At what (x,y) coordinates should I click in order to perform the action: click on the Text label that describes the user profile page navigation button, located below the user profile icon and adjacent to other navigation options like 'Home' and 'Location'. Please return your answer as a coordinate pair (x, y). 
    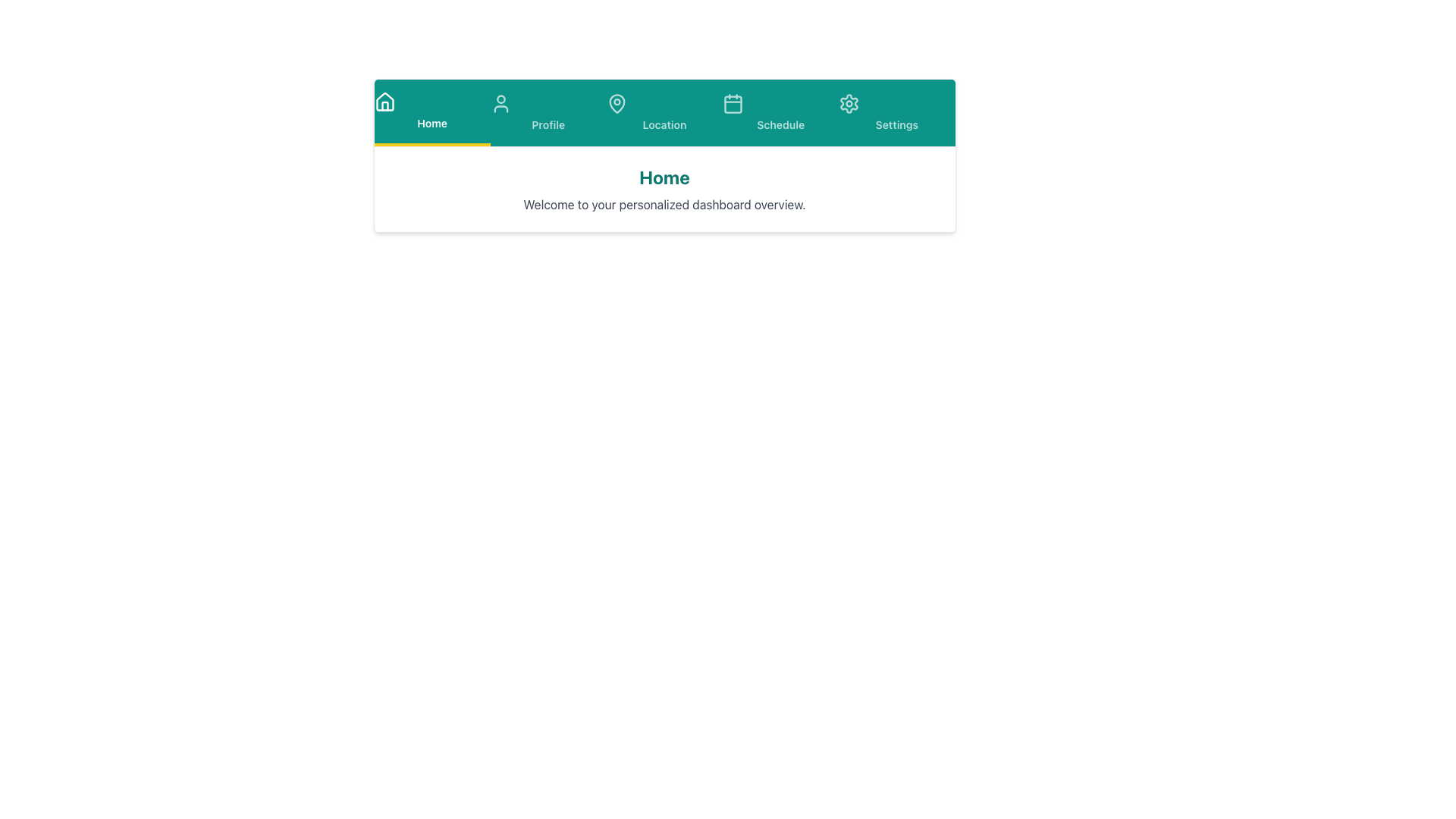
    Looking at the image, I should click on (548, 124).